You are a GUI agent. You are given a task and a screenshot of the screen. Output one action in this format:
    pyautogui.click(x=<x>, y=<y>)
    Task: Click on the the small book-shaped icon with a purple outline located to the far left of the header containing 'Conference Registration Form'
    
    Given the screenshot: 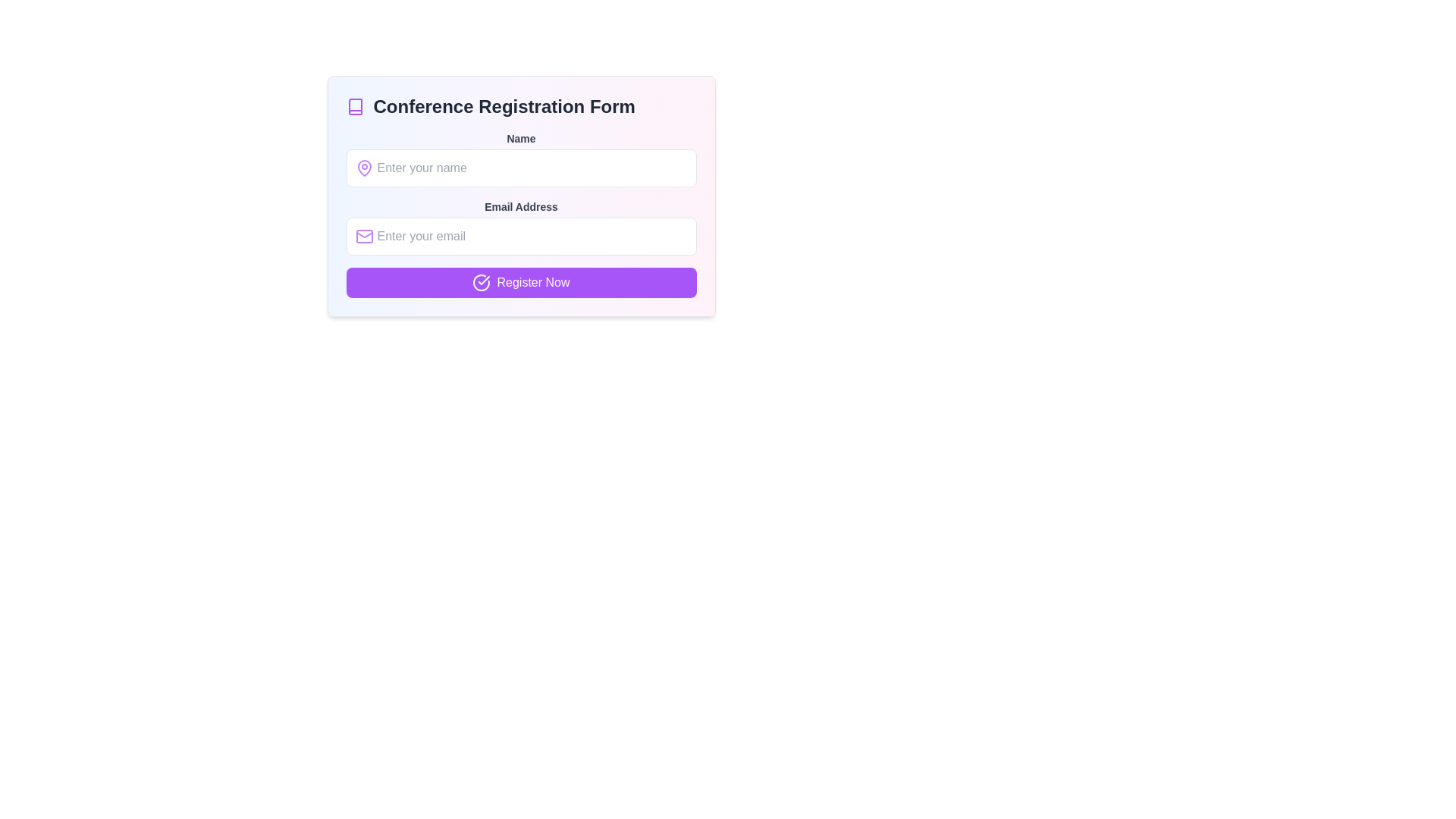 What is the action you would take?
    pyautogui.click(x=354, y=106)
    